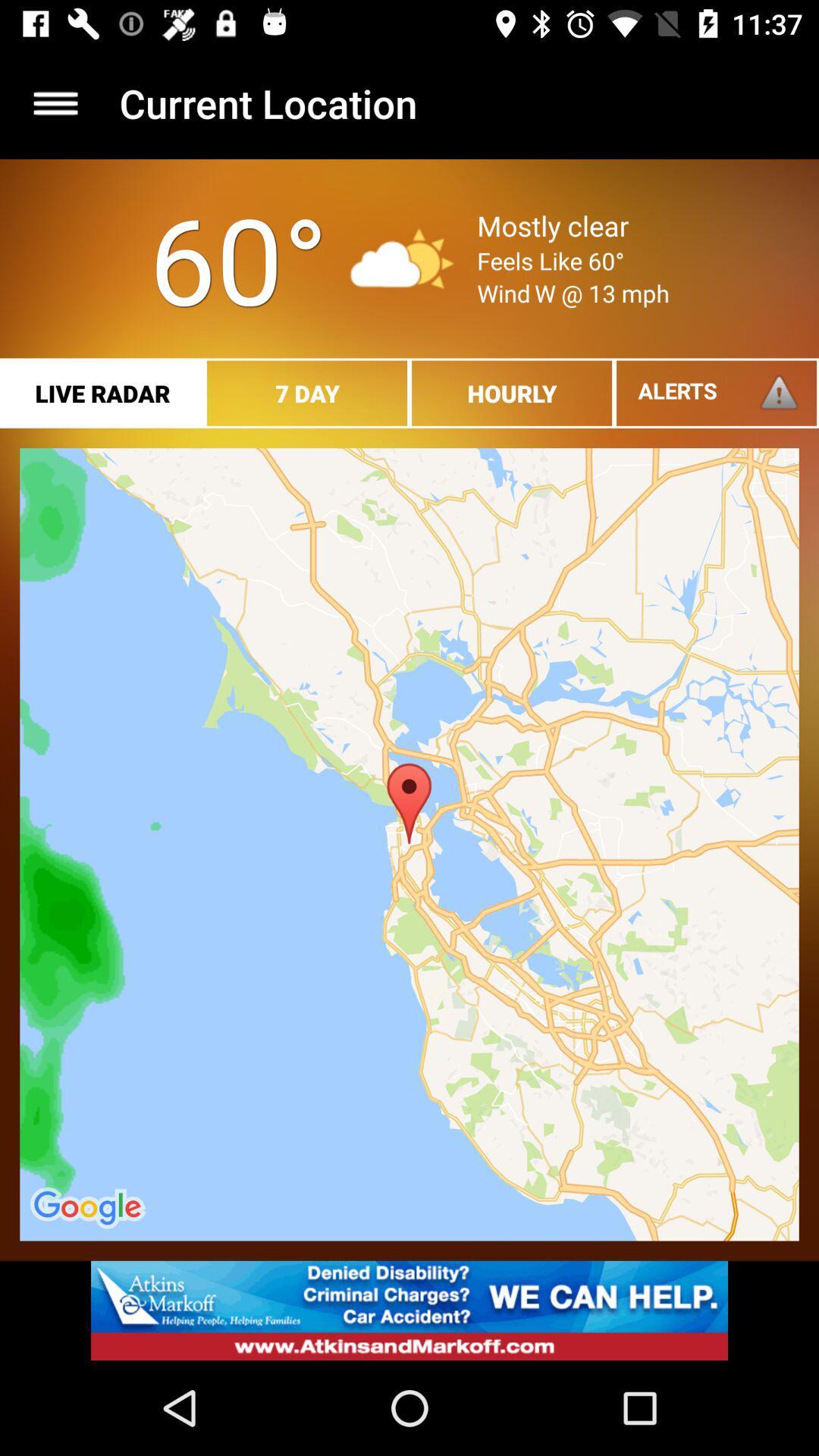 This screenshot has width=819, height=1456. Describe the element at coordinates (717, 393) in the screenshot. I see `the alerts` at that location.